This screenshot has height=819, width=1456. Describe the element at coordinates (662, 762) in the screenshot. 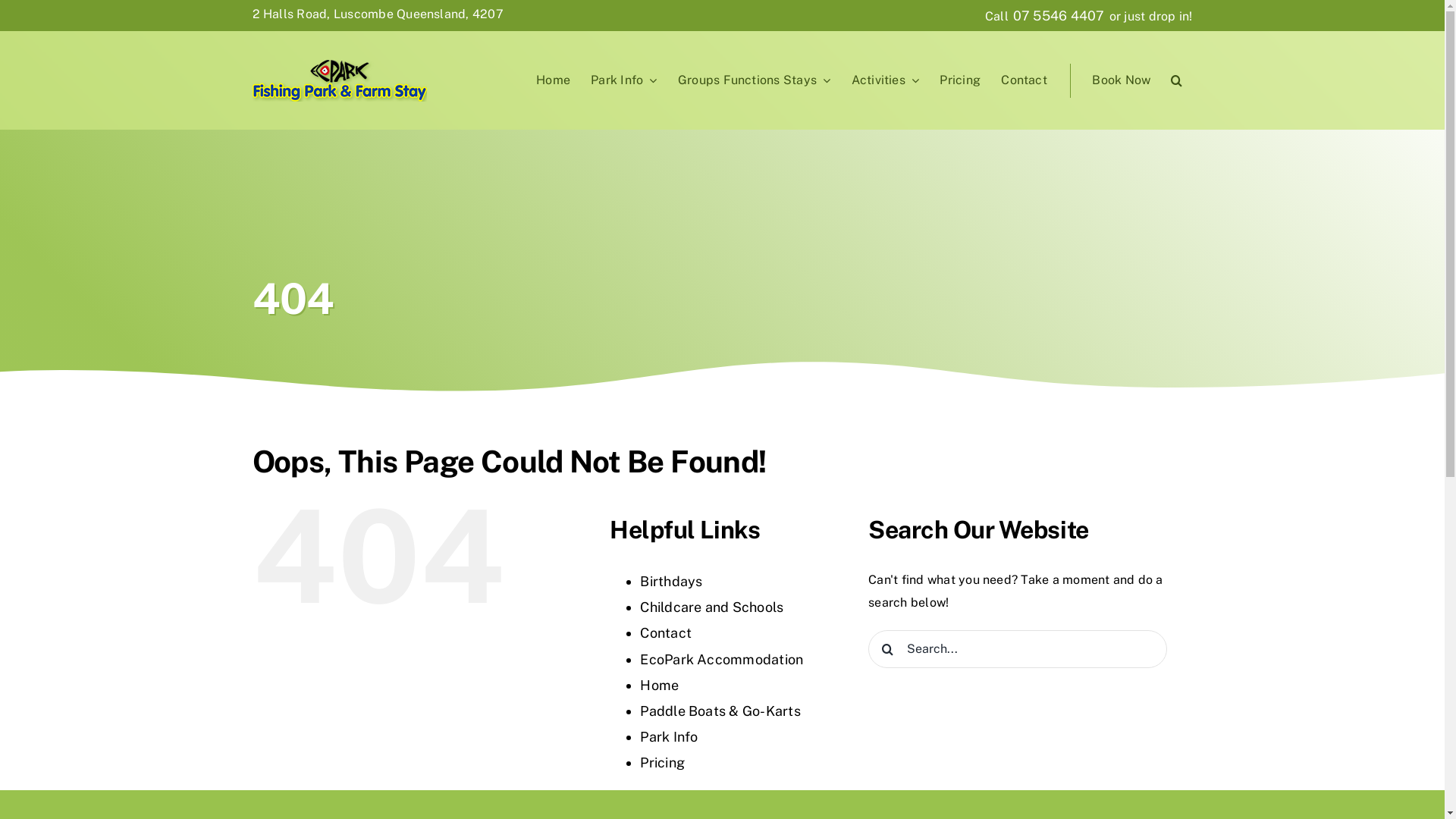

I see `'Pricing'` at that location.